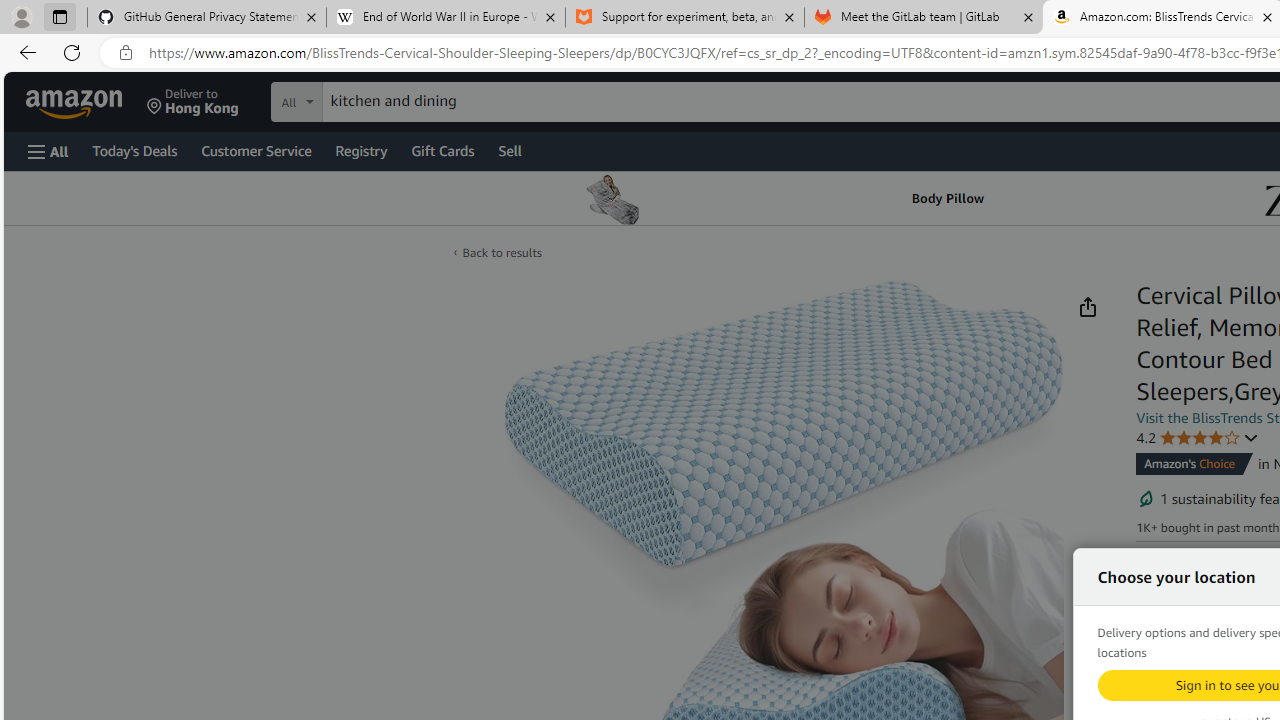 This screenshot has height=720, width=1280. Describe the element at coordinates (133, 149) in the screenshot. I see `'Today'` at that location.